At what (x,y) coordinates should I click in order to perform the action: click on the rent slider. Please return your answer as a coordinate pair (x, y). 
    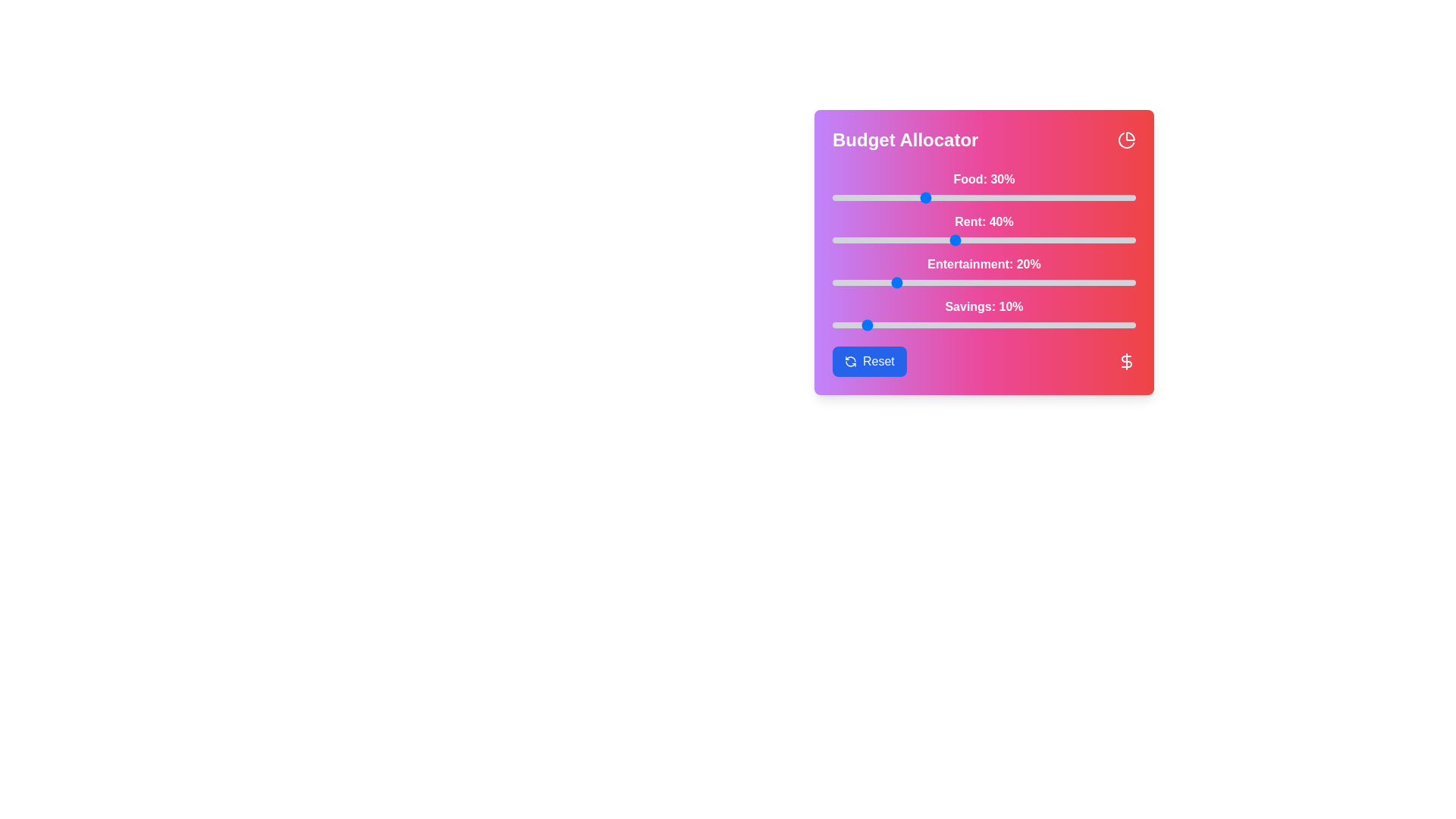
    Looking at the image, I should click on (993, 239).